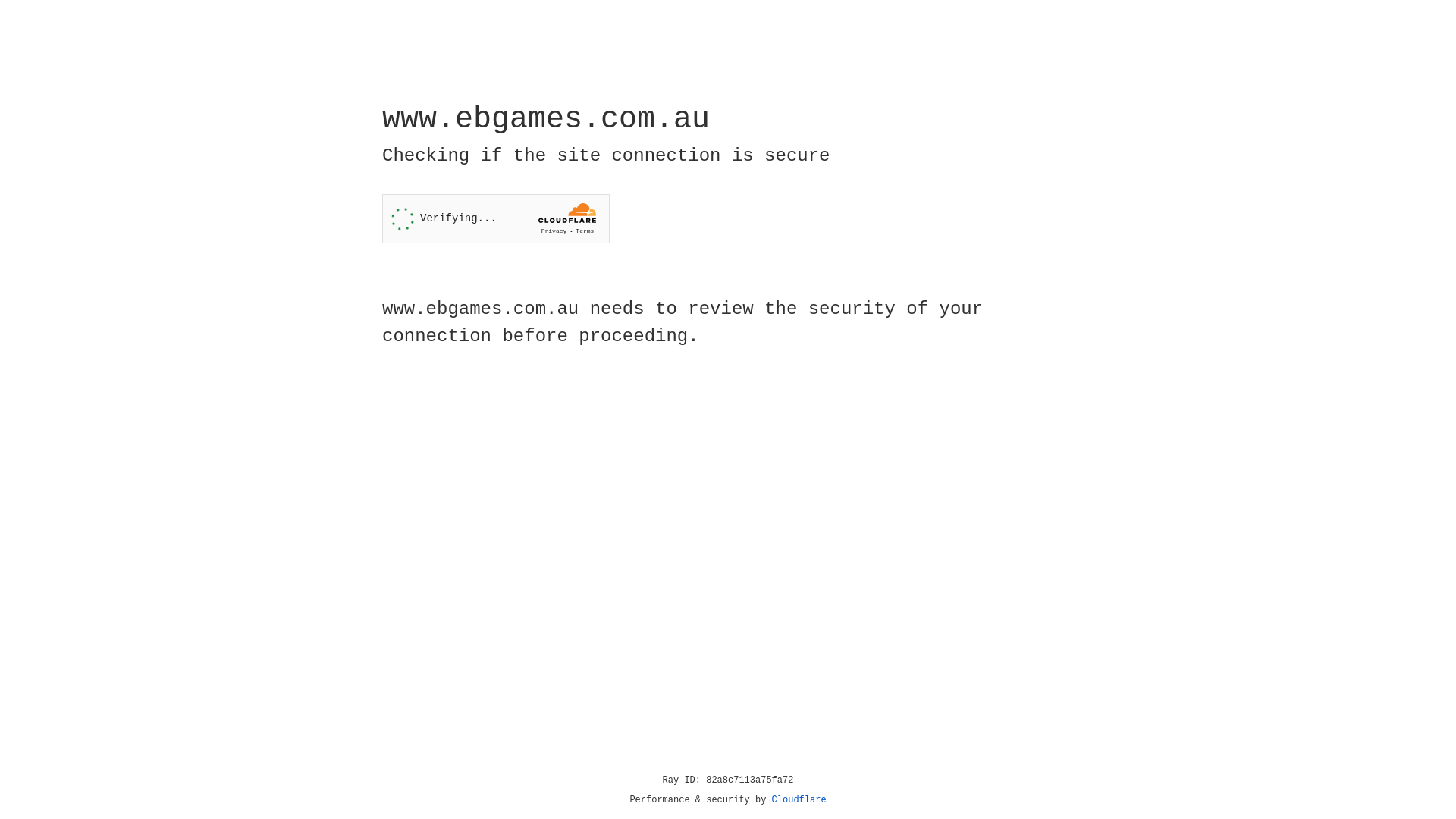 The width and height of the screenshot is (1456, 819). What do you see at coordinates (495, 218) in the screenshot?
I see `'Widget containing a Cloudflare security challenge'` at bounding box center [495, 218].